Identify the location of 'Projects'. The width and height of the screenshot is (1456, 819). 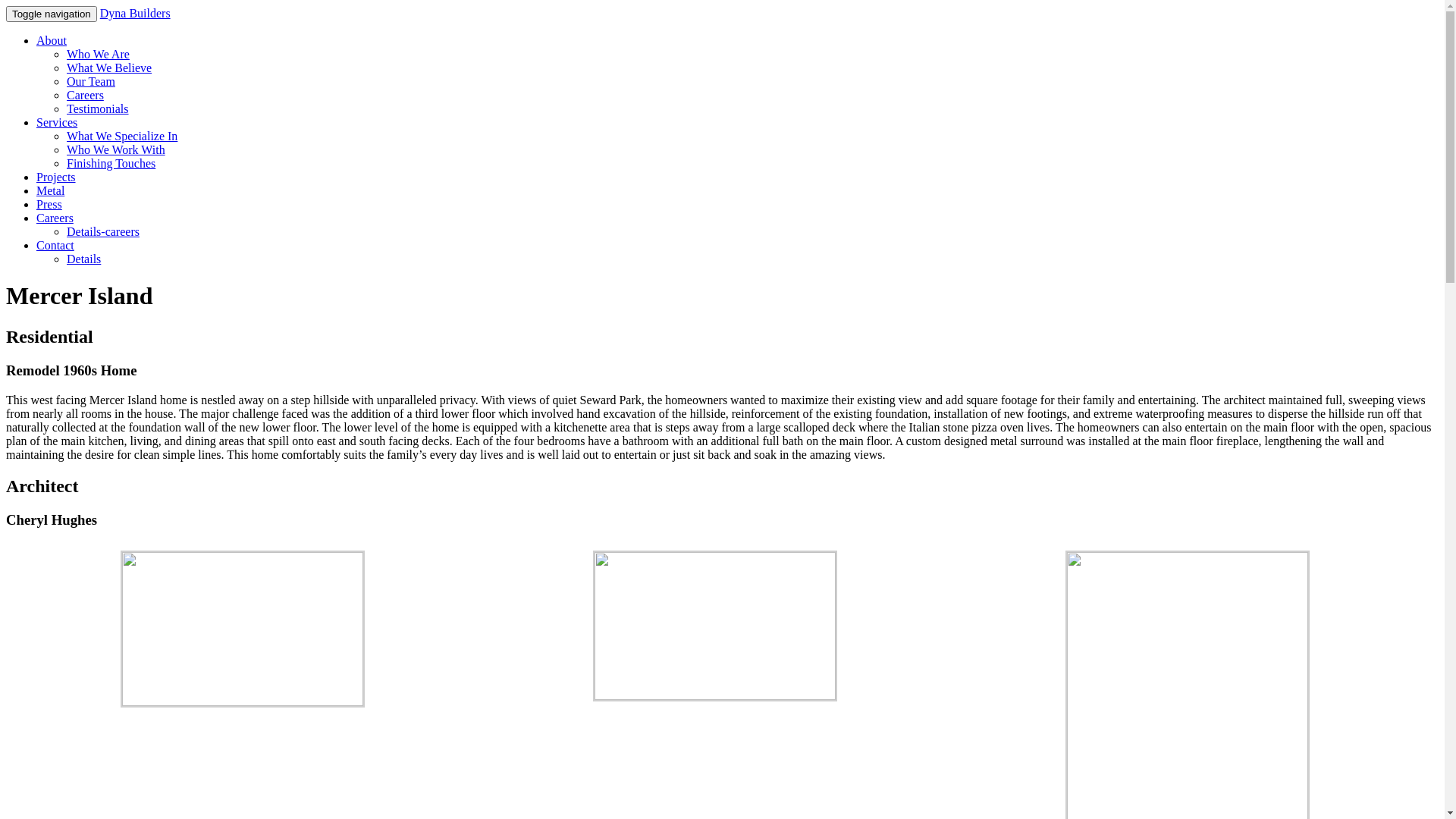
(55, 176).